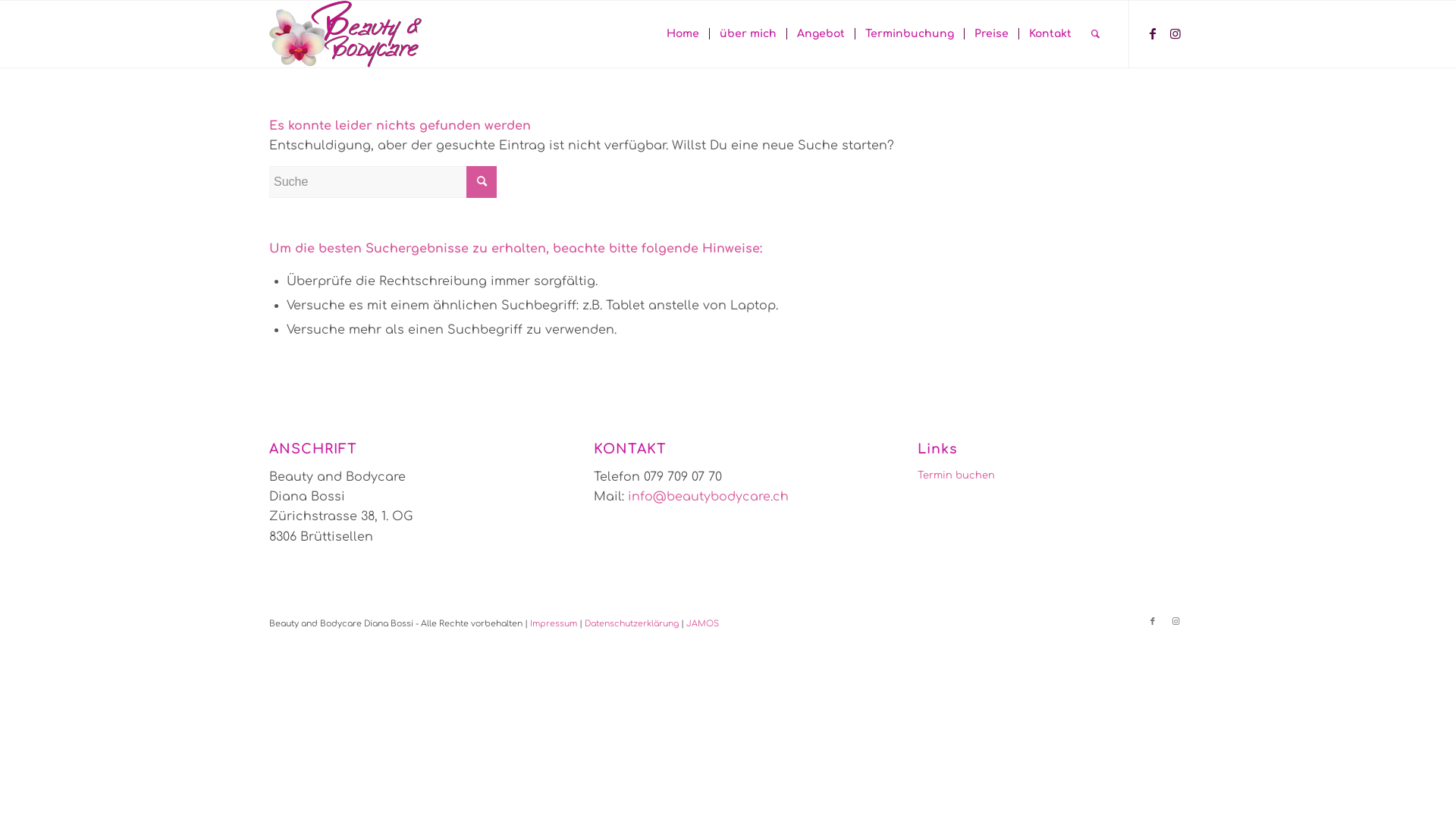 The height and width of the screenshot is (819, 1456). What do you see at coordinates (909, 34) in the screenshot?
I see `'Terminbuchung'` at bounding box center [909, 34].